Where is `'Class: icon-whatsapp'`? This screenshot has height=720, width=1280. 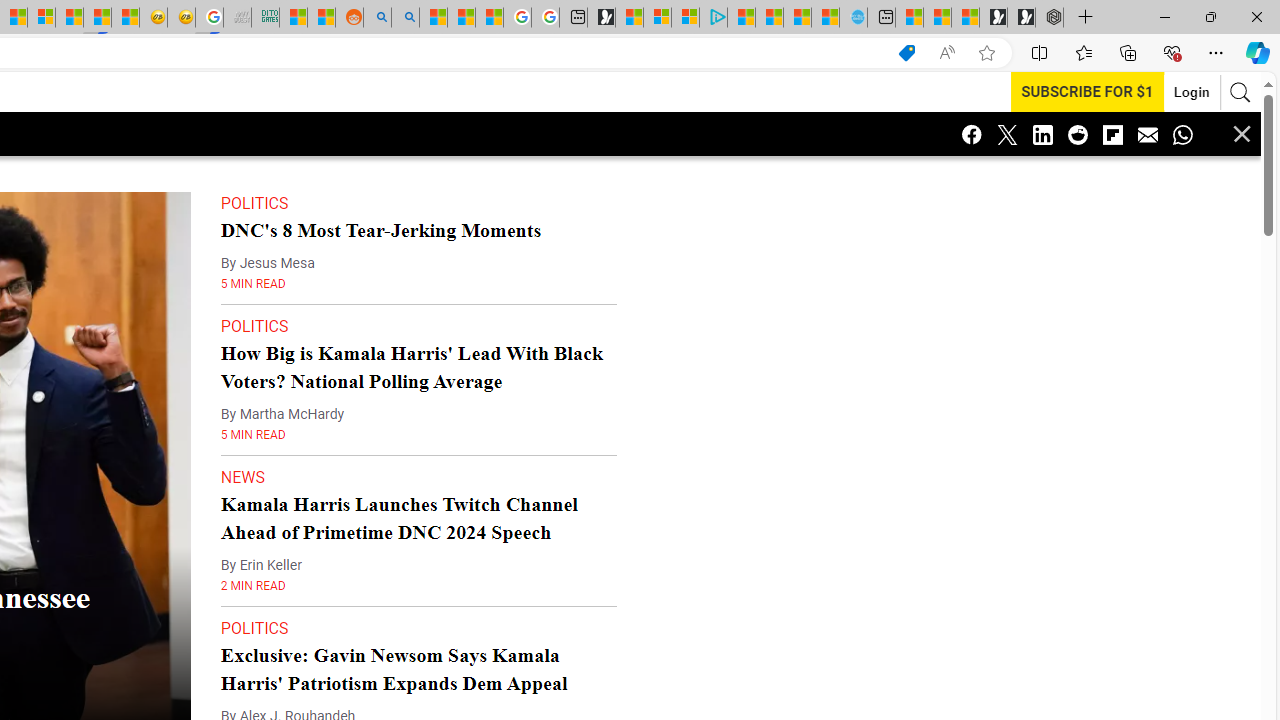
'Class: icon-whatsapp' is located at coordinates (1182, 133).